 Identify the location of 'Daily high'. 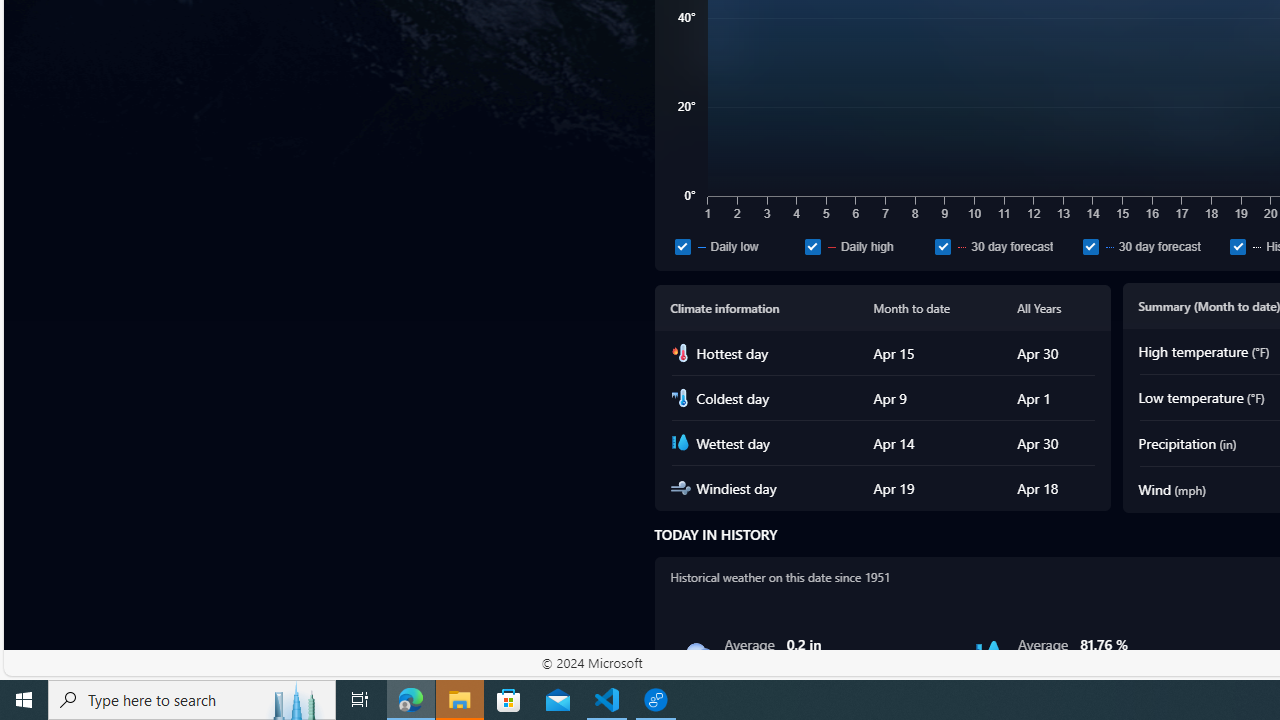
(865, 245).